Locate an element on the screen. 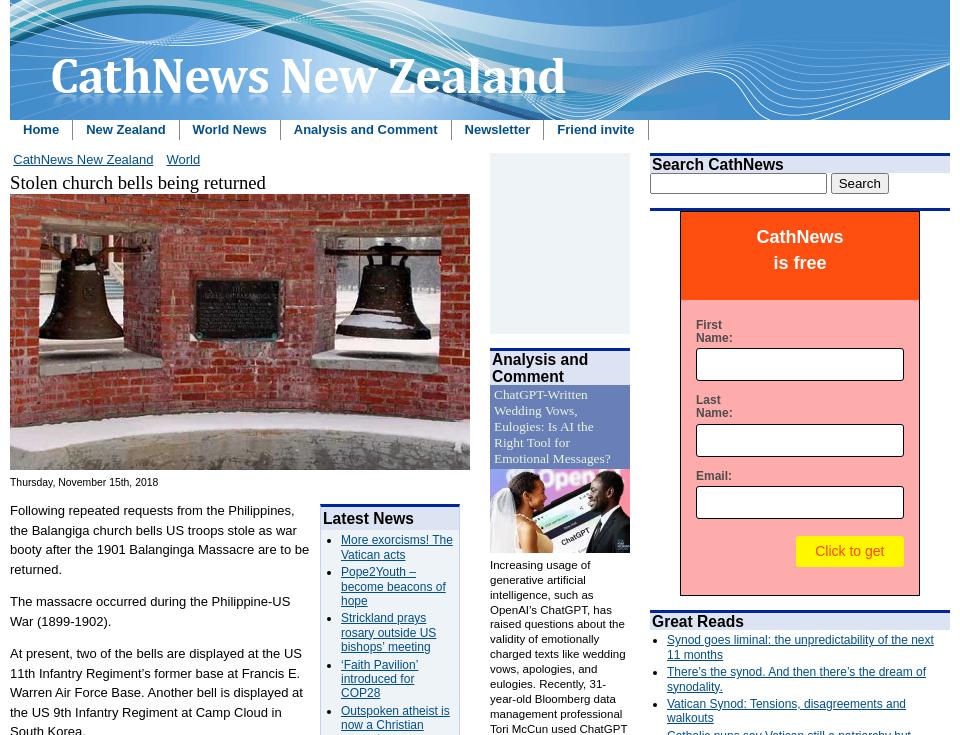 This screenshot has height=735, width=960. 'There’s the synod. And then there’s the dream of synodality.' is located at coordinates (796, 677).